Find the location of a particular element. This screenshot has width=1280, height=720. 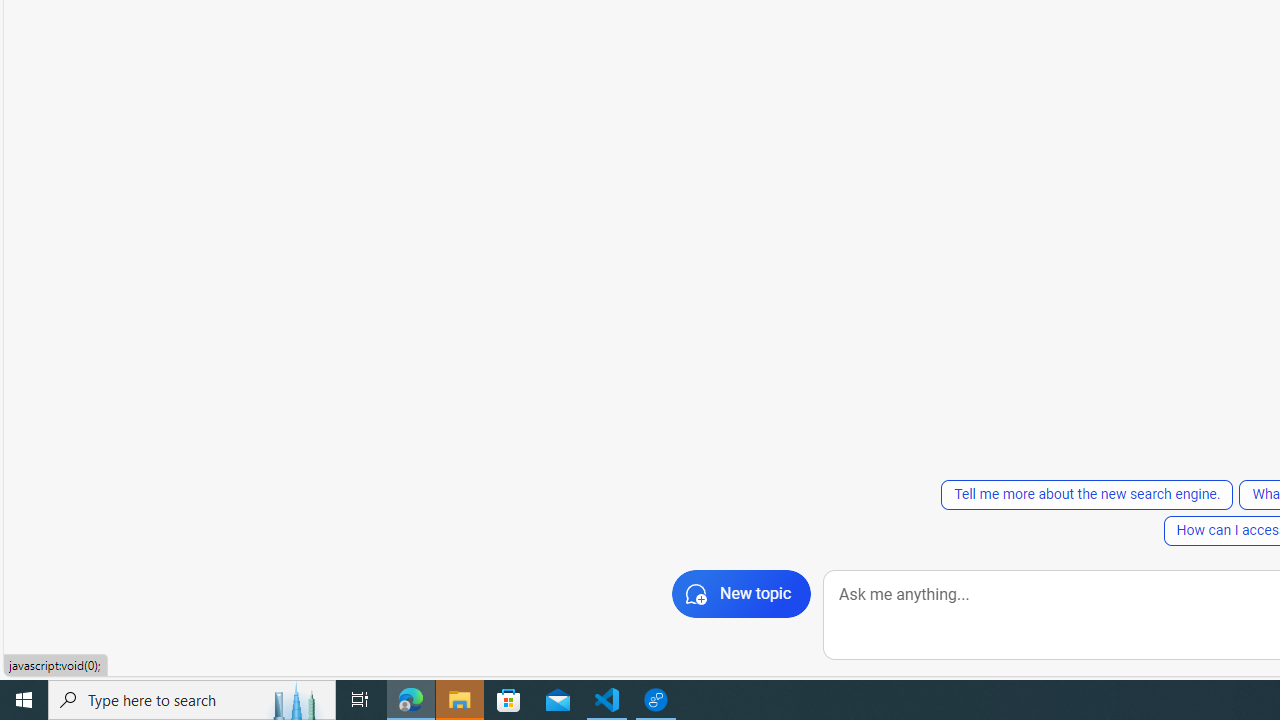

'Tell me more about the new search engine.' is located at coordinates (1086, 495).